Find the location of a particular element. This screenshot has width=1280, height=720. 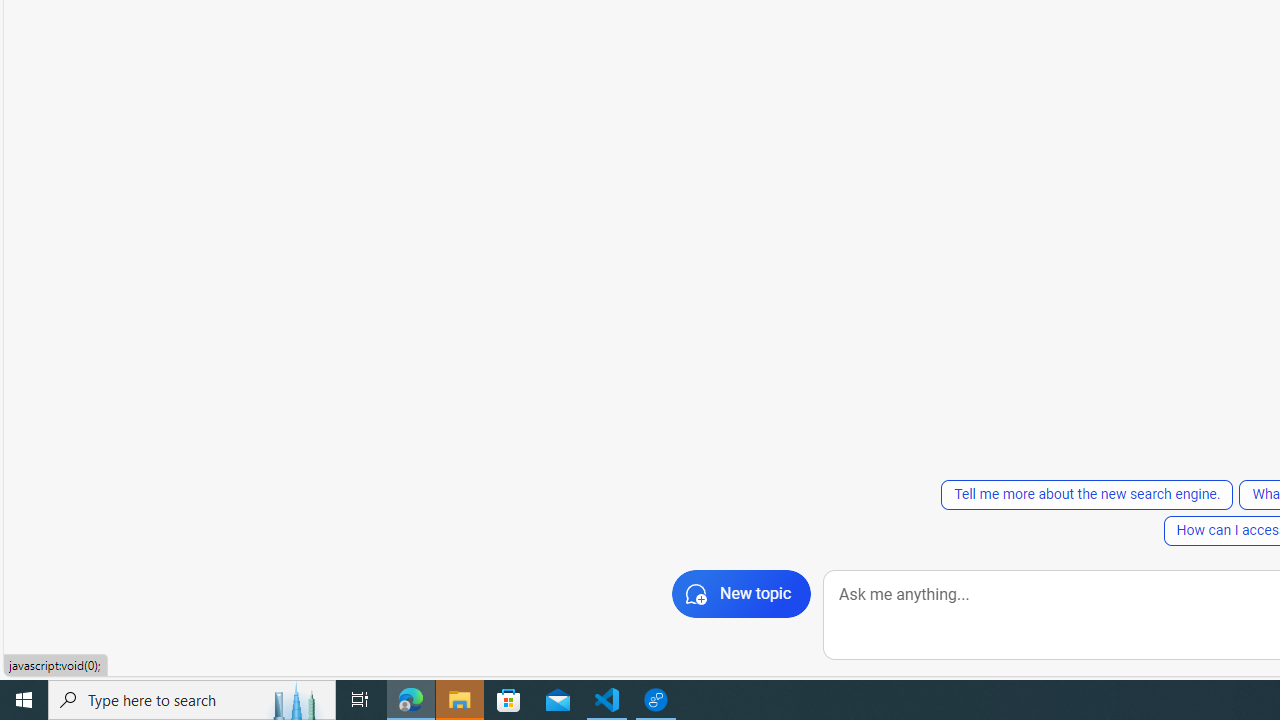

'Tell me more about the new search engine.' is located at coordinates (1086, 495).